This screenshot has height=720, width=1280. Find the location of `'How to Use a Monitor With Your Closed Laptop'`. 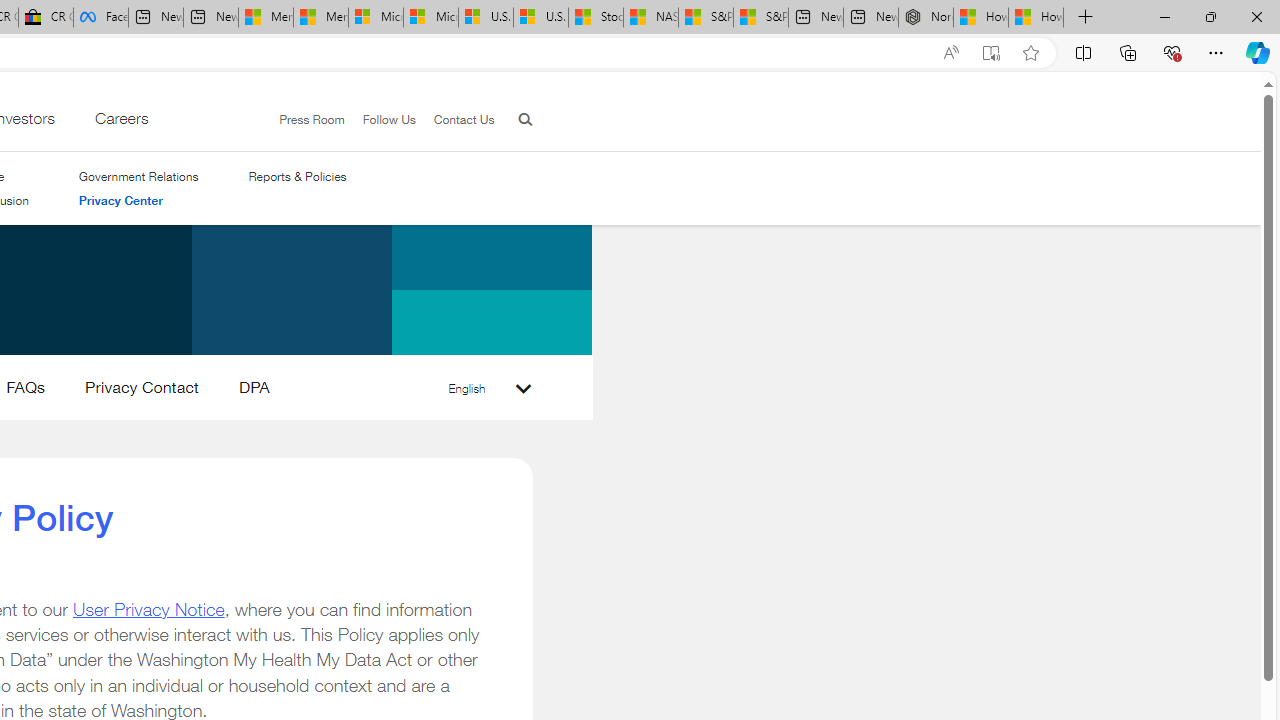

'How to Use a Monitor With Your Closed Laptop' is located at coordinates (1036, 17).